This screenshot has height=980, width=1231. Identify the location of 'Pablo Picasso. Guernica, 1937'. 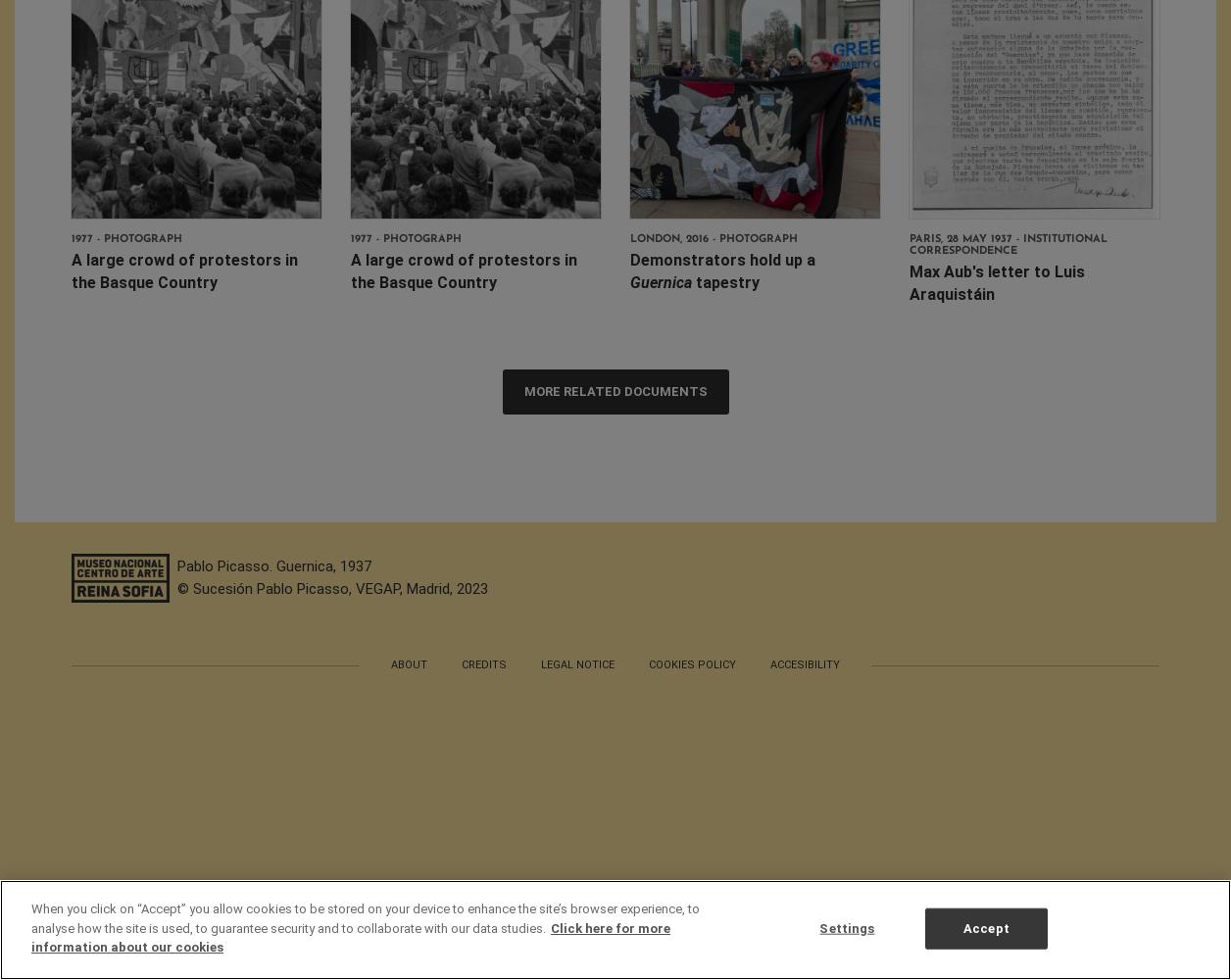
(272, 565).